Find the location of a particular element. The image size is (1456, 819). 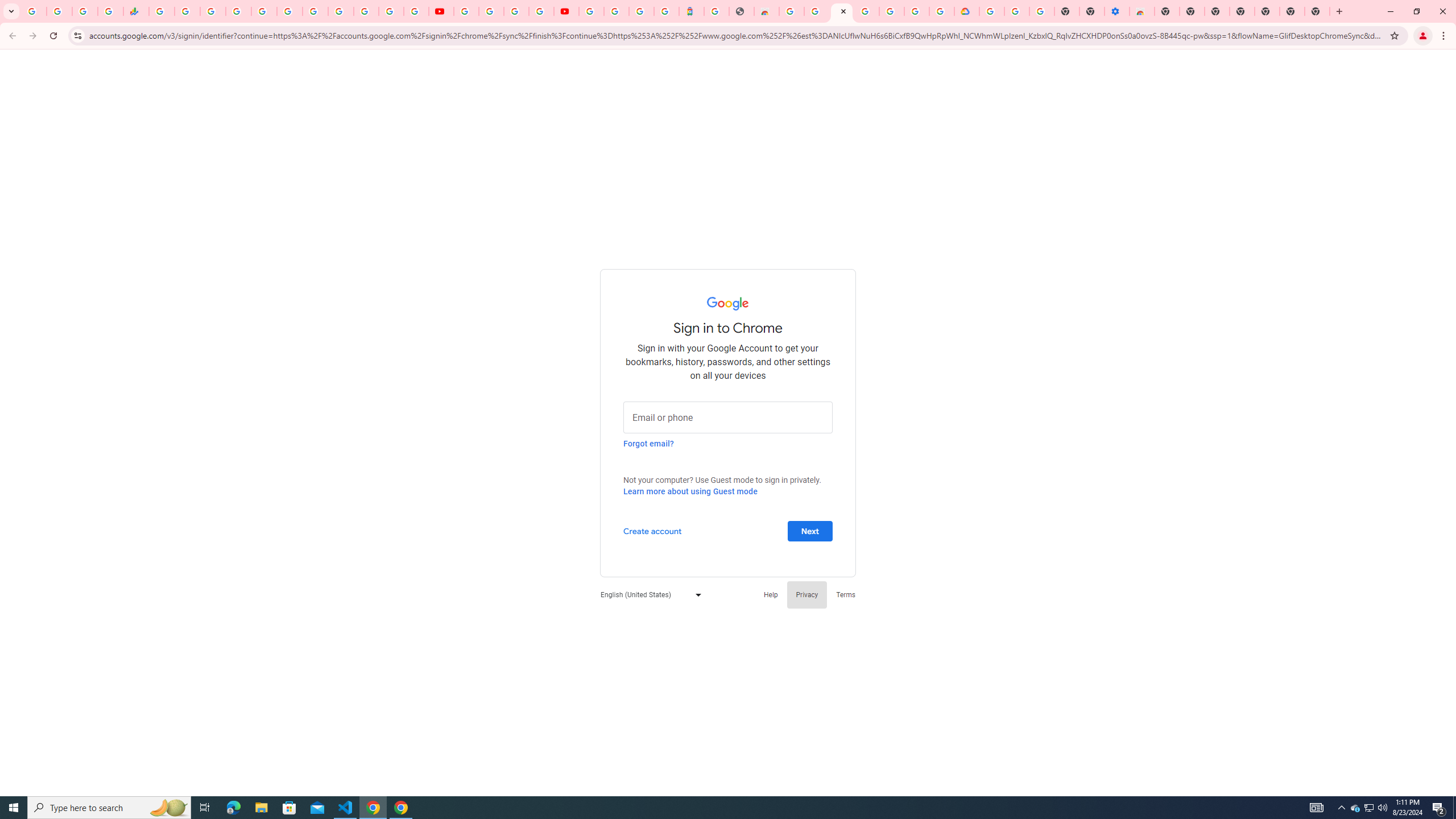

'YouTube' is located at coordinates (466, 11).